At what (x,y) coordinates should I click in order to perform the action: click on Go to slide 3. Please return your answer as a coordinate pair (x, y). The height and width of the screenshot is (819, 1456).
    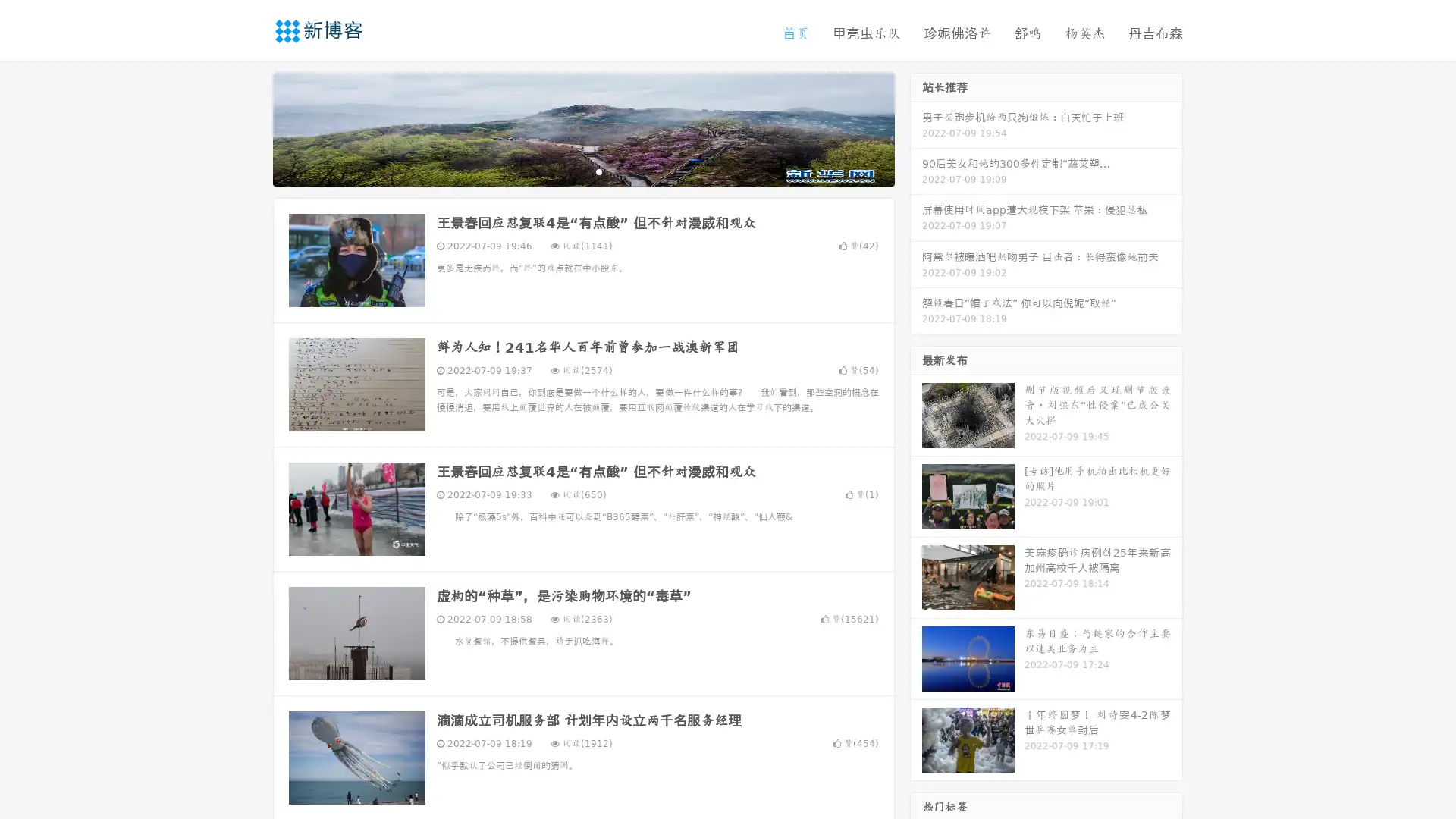
    Looking at the image, I should click on (598, 171).